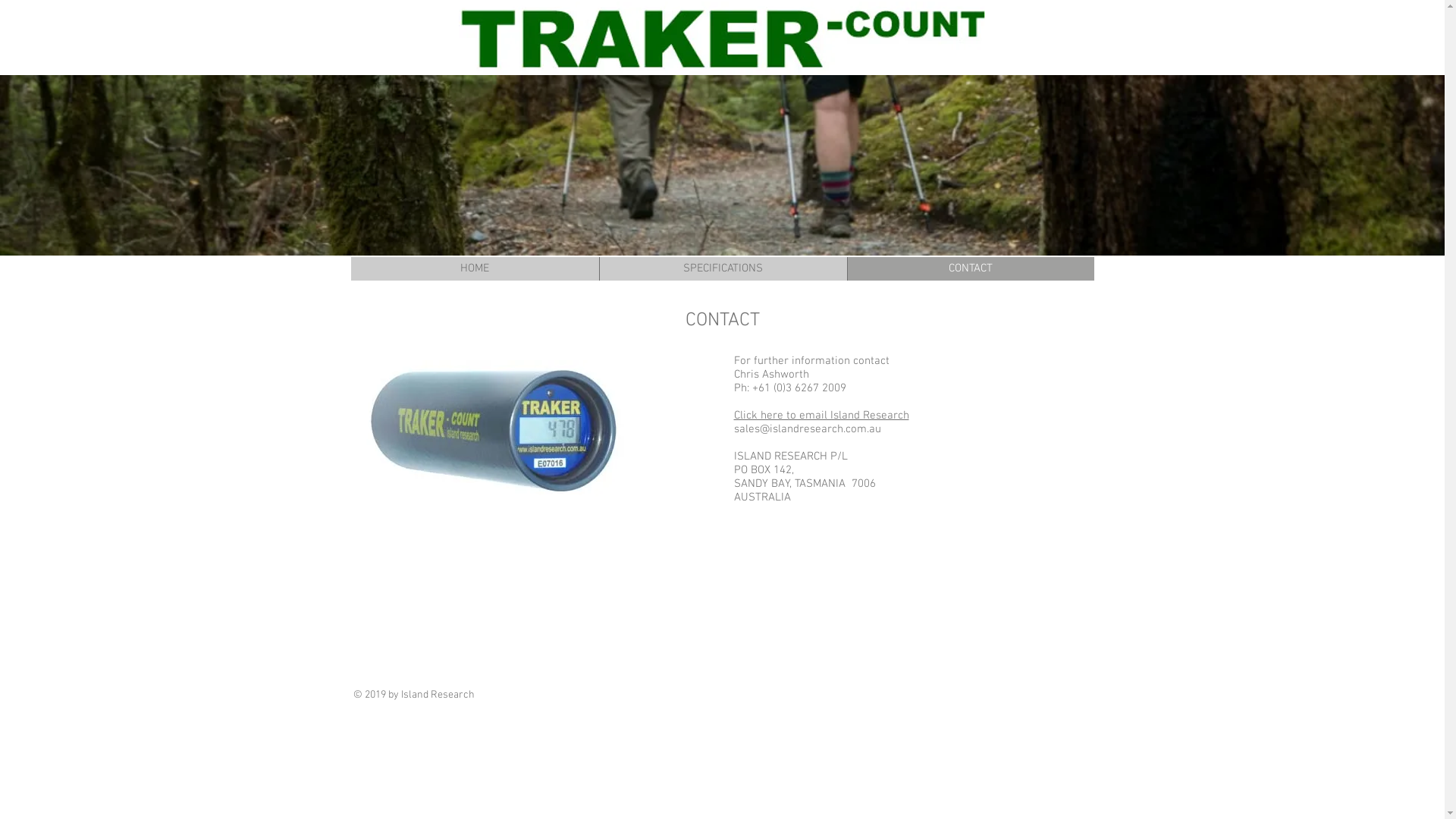  I want to click on 'Click here to email Island Research', so click(734, 415).